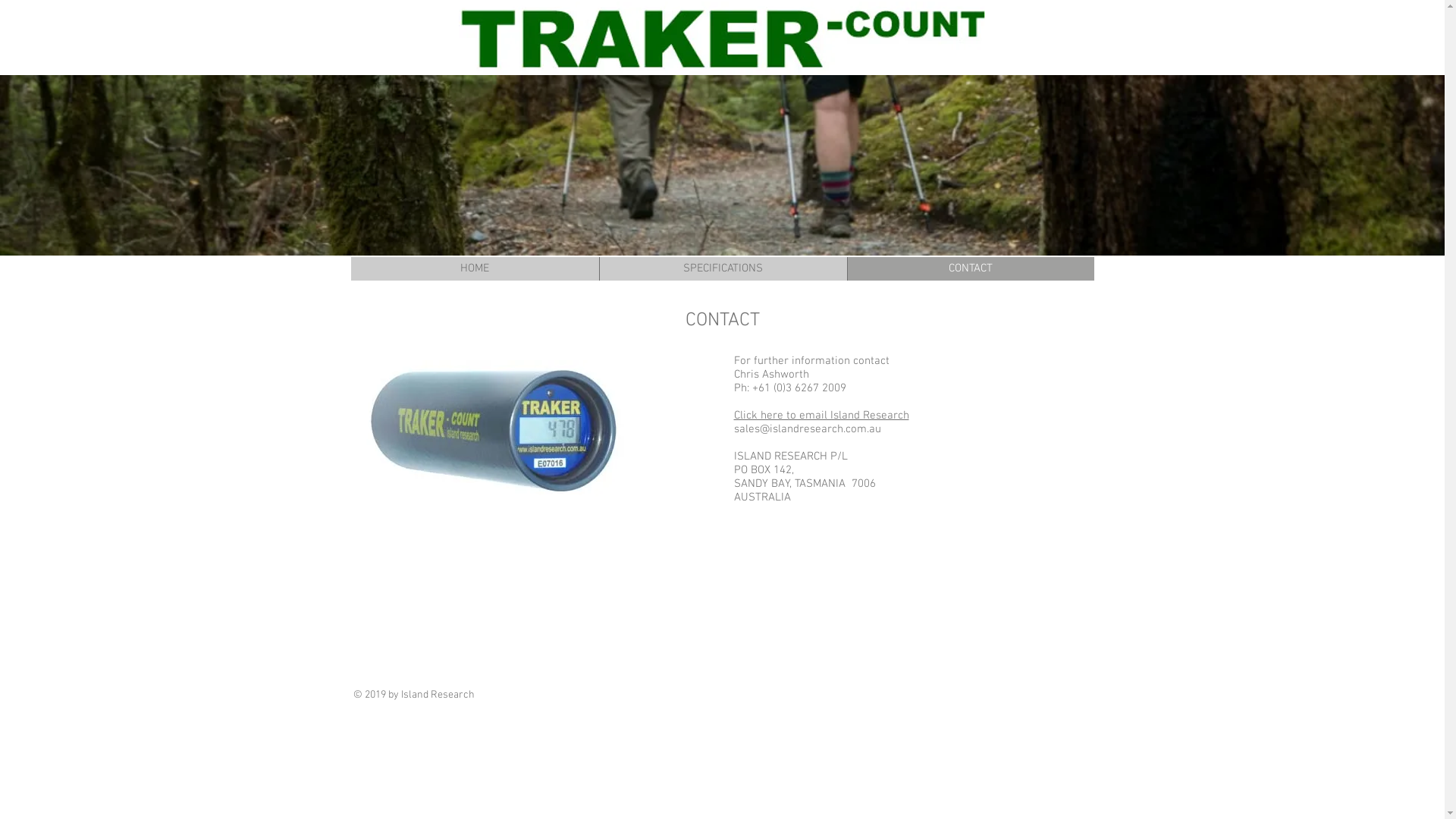  I want to click on 'Click here to email Island Research', so click(734, 415).